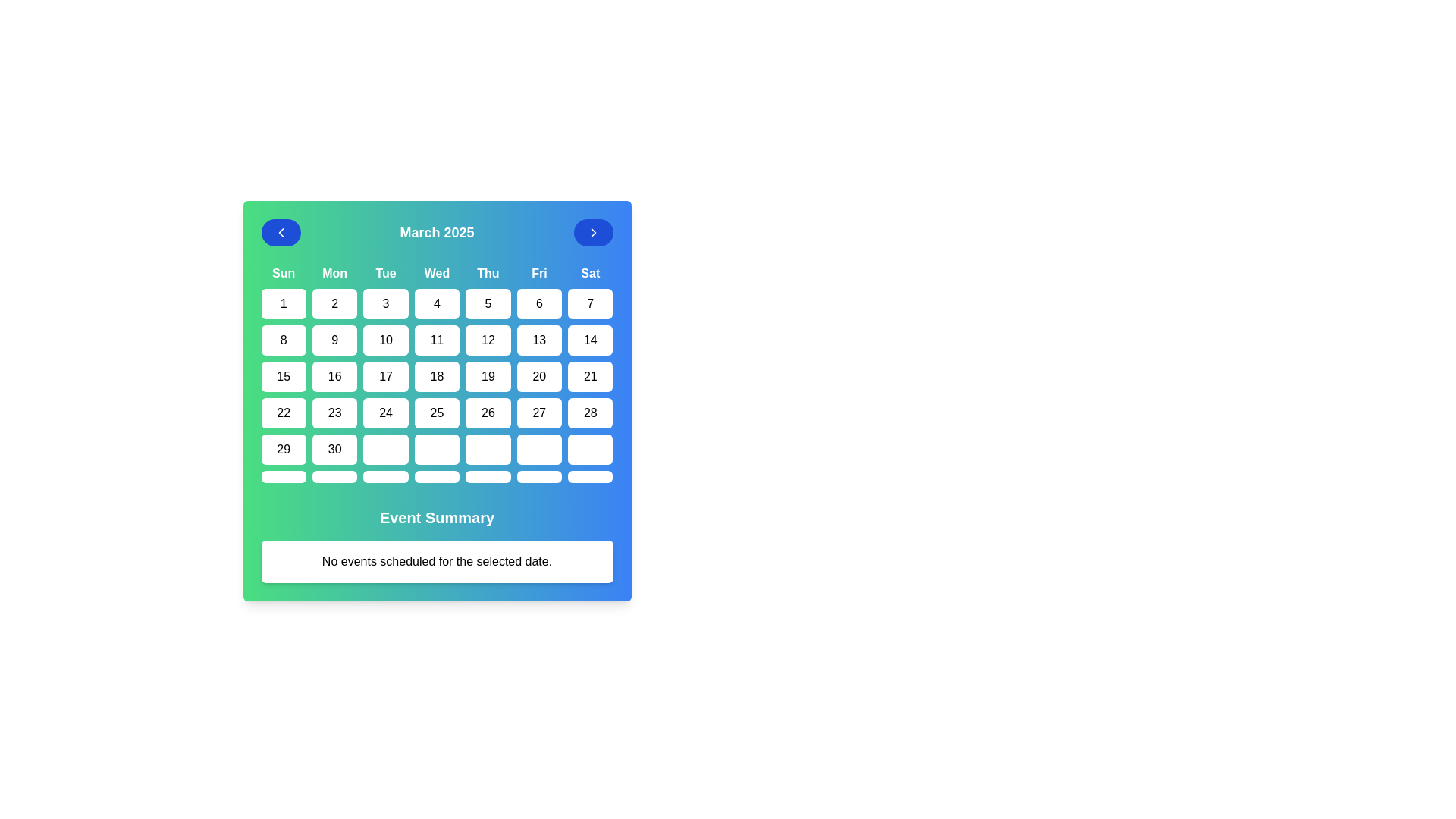 The image size is (1456, 819). What do you see at coordinates (436, 561) in the screenshot?
I see `the text label that reads 'No events scheduled for the selected date.', which is located at the bottom of the interface beneath the calendar grid` at bounding box center [436, 561].